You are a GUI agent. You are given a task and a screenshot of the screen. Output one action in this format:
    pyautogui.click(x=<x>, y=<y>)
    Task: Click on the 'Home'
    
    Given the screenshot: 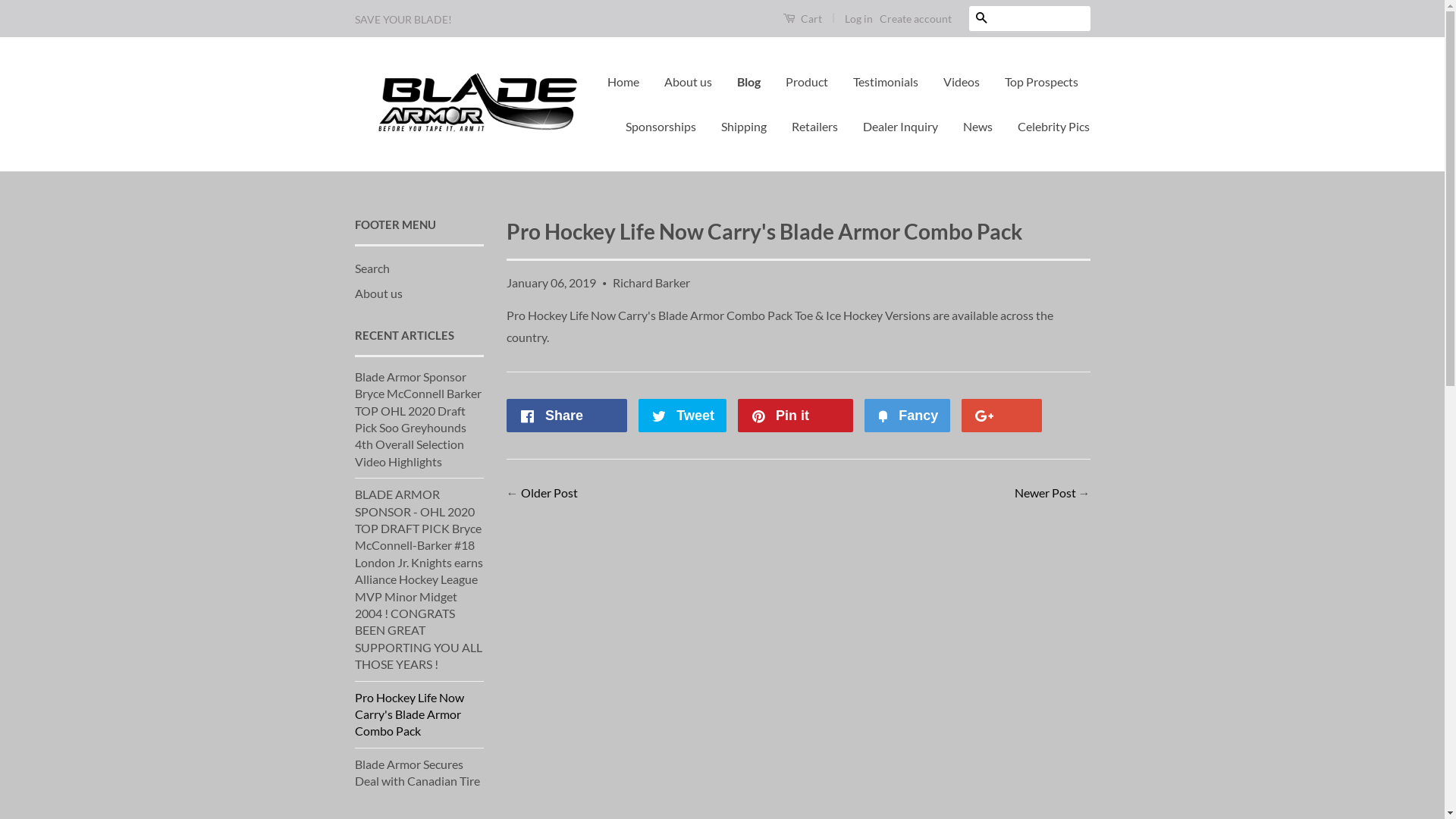 What is the action you would take?
    pyautogui.click(x=629, y=82)
    